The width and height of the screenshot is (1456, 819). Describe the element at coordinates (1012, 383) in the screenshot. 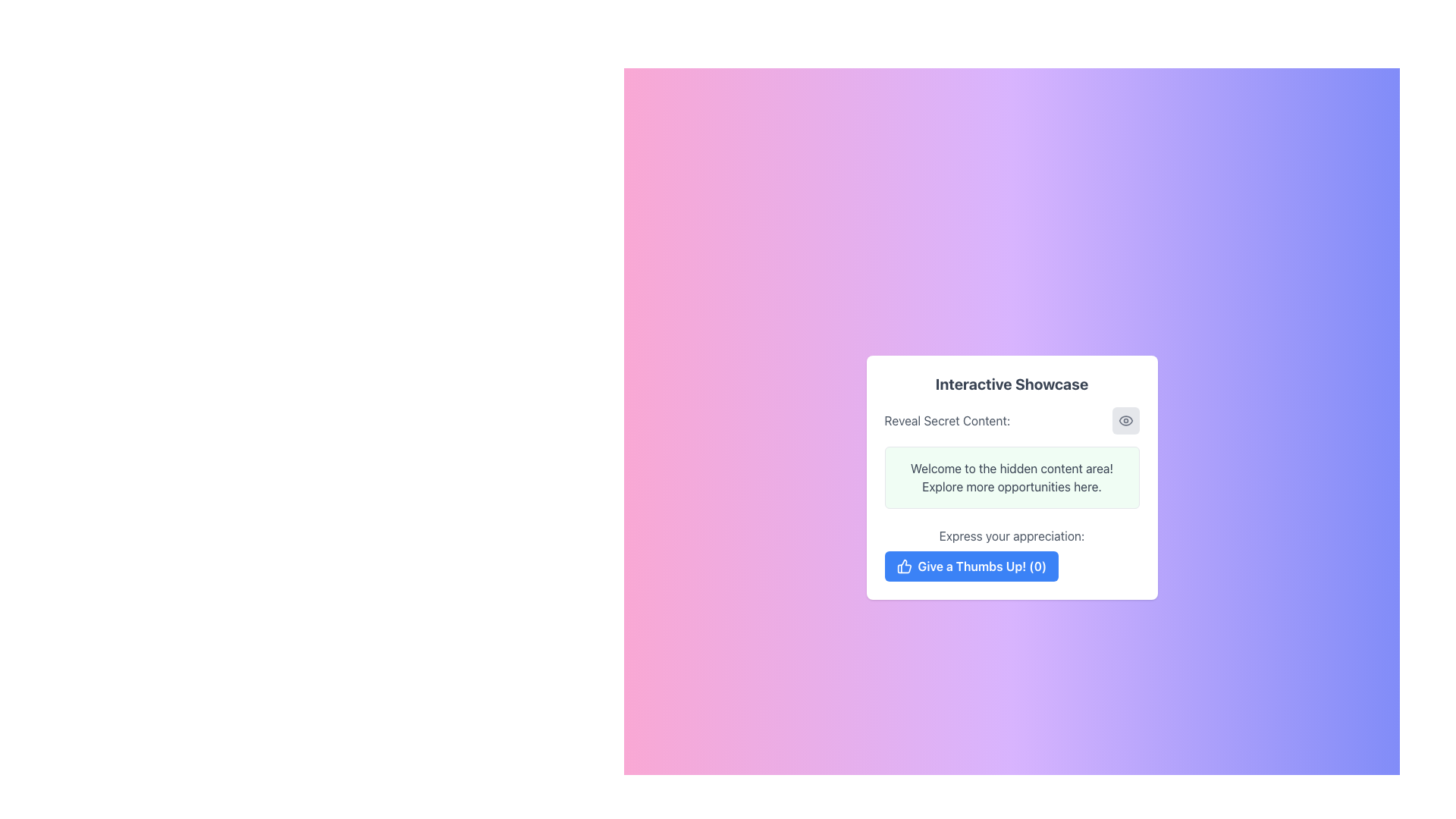

I see `the text label reading 'Interactive Showcase', which is located at the top of a white, rounded rectangular panel` at that location.